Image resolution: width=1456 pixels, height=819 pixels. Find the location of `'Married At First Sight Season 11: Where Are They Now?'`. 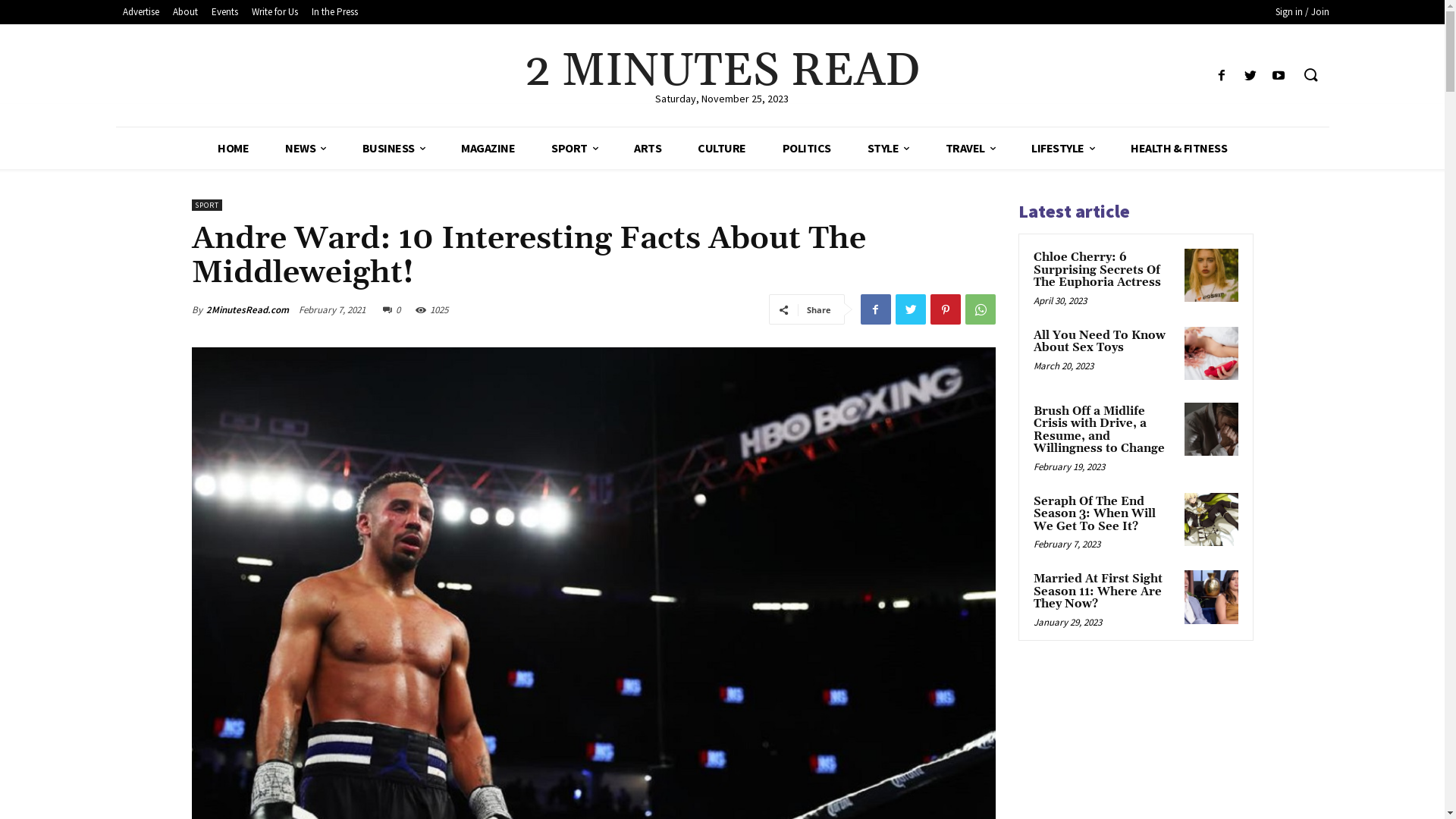

'Married At First Sight Season 11: Where Are They Now?' is located at coordinates (1097, 590).